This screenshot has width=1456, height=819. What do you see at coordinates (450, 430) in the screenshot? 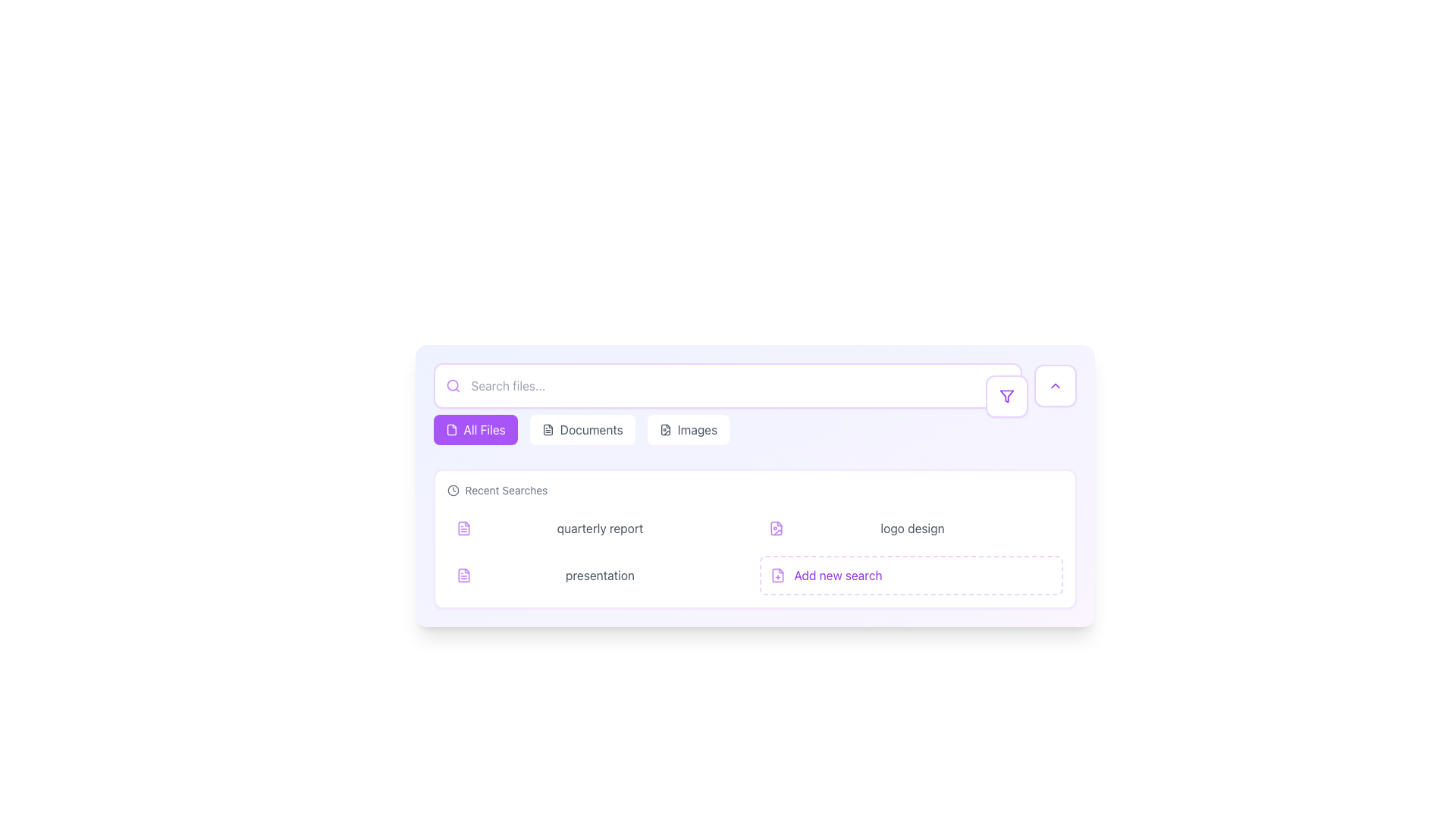
I see `the minimalistic file icon located at the leftmost edge of the navigation bar, next to the 'All Files' category text` at bounding box center [450, 430].